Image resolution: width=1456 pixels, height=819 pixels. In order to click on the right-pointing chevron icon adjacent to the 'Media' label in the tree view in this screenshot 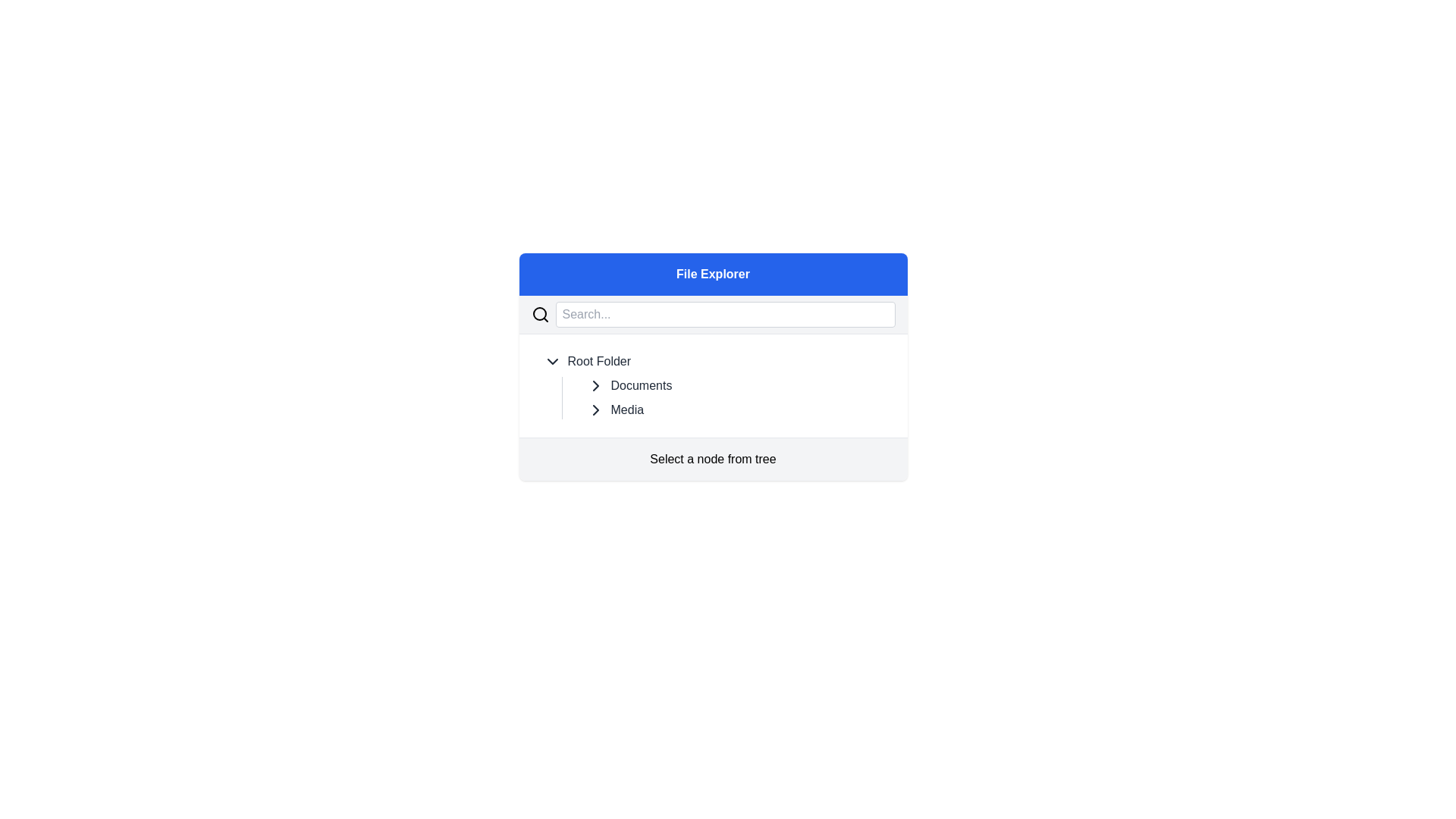, I will do `click(595, 385)`.